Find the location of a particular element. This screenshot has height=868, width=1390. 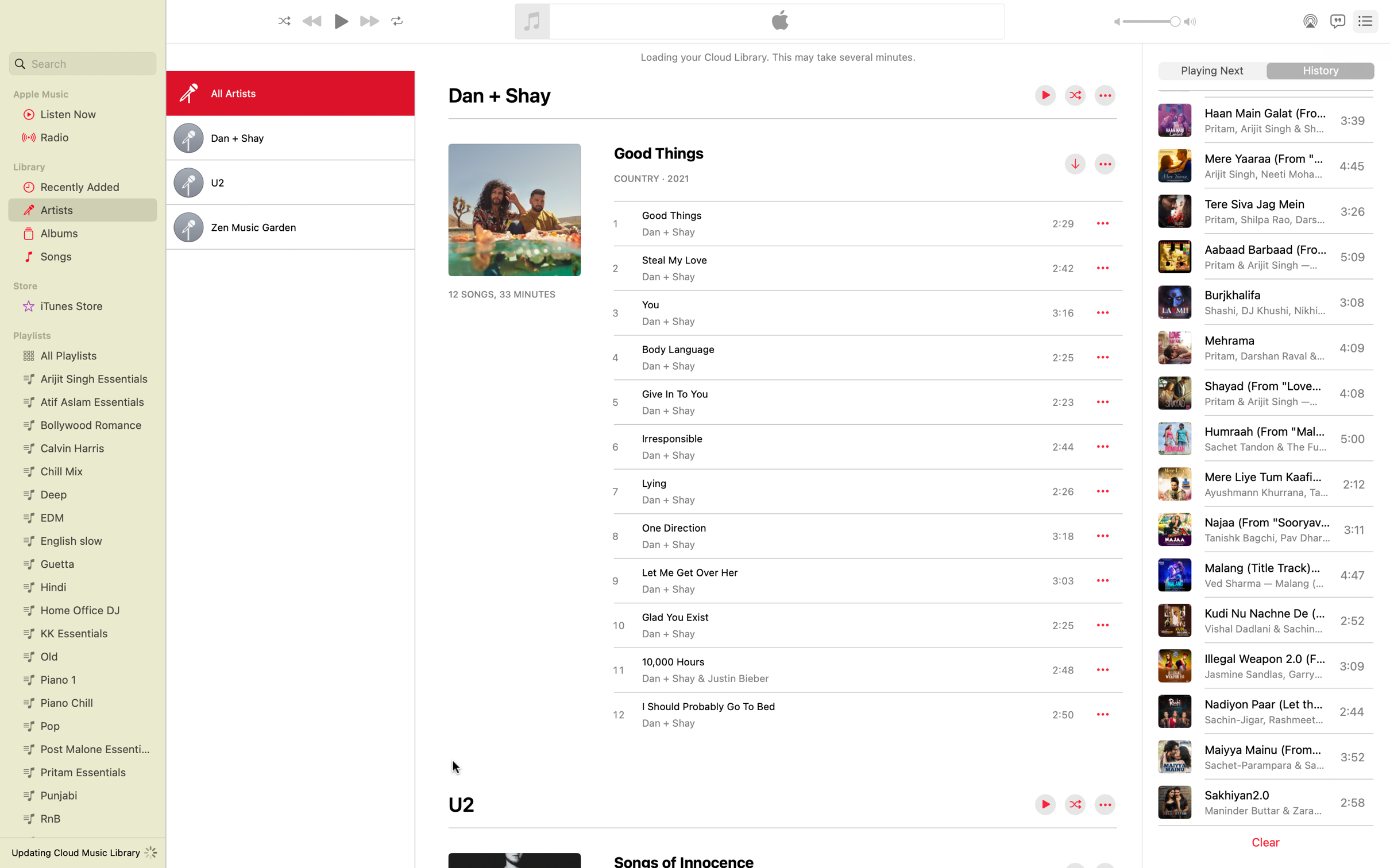

Start playing the track "Mere Liye Tum Kaafi is located at coordinates (1264, 483).